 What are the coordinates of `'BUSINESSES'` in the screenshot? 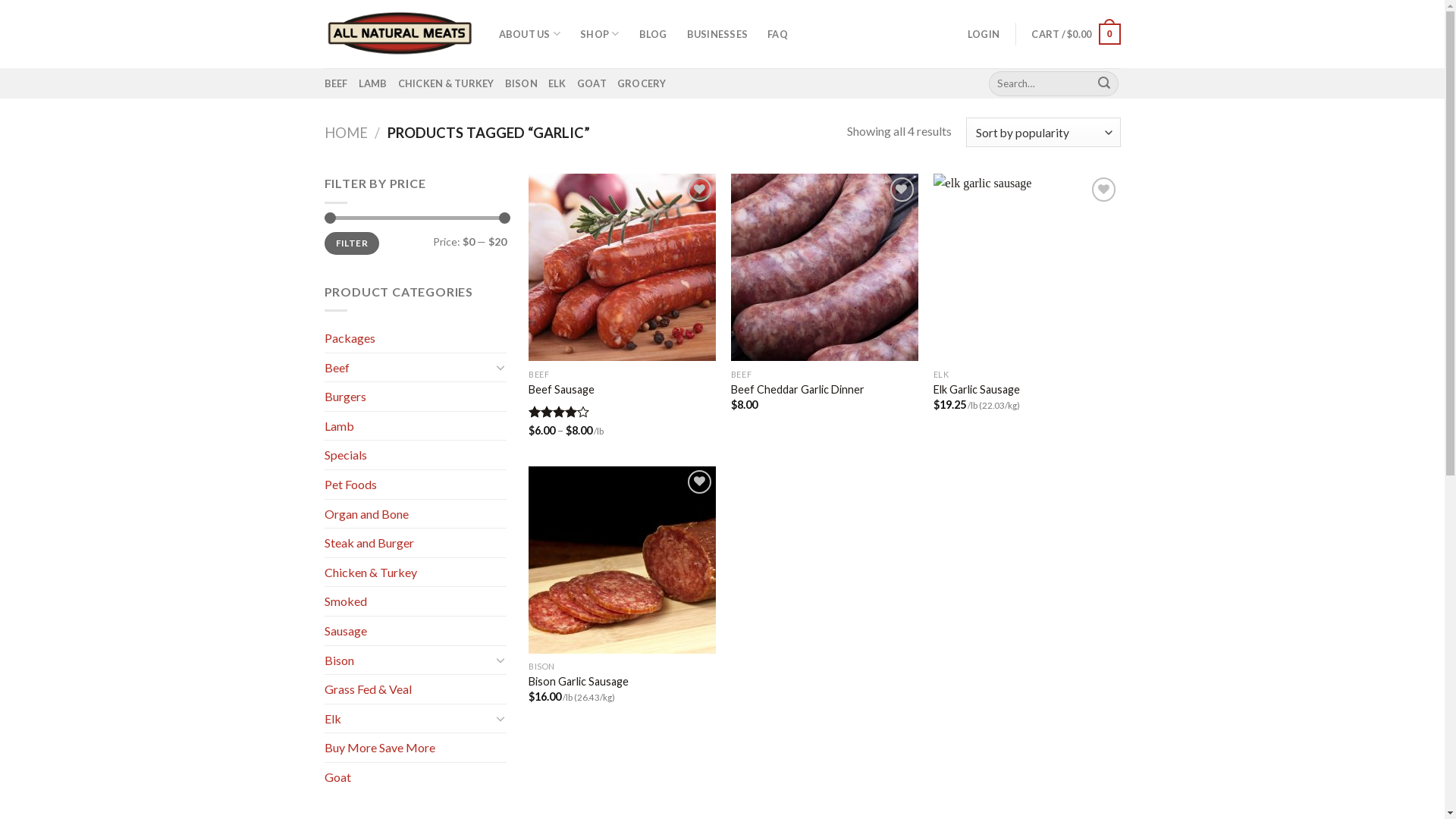 It's located at (717, 34).